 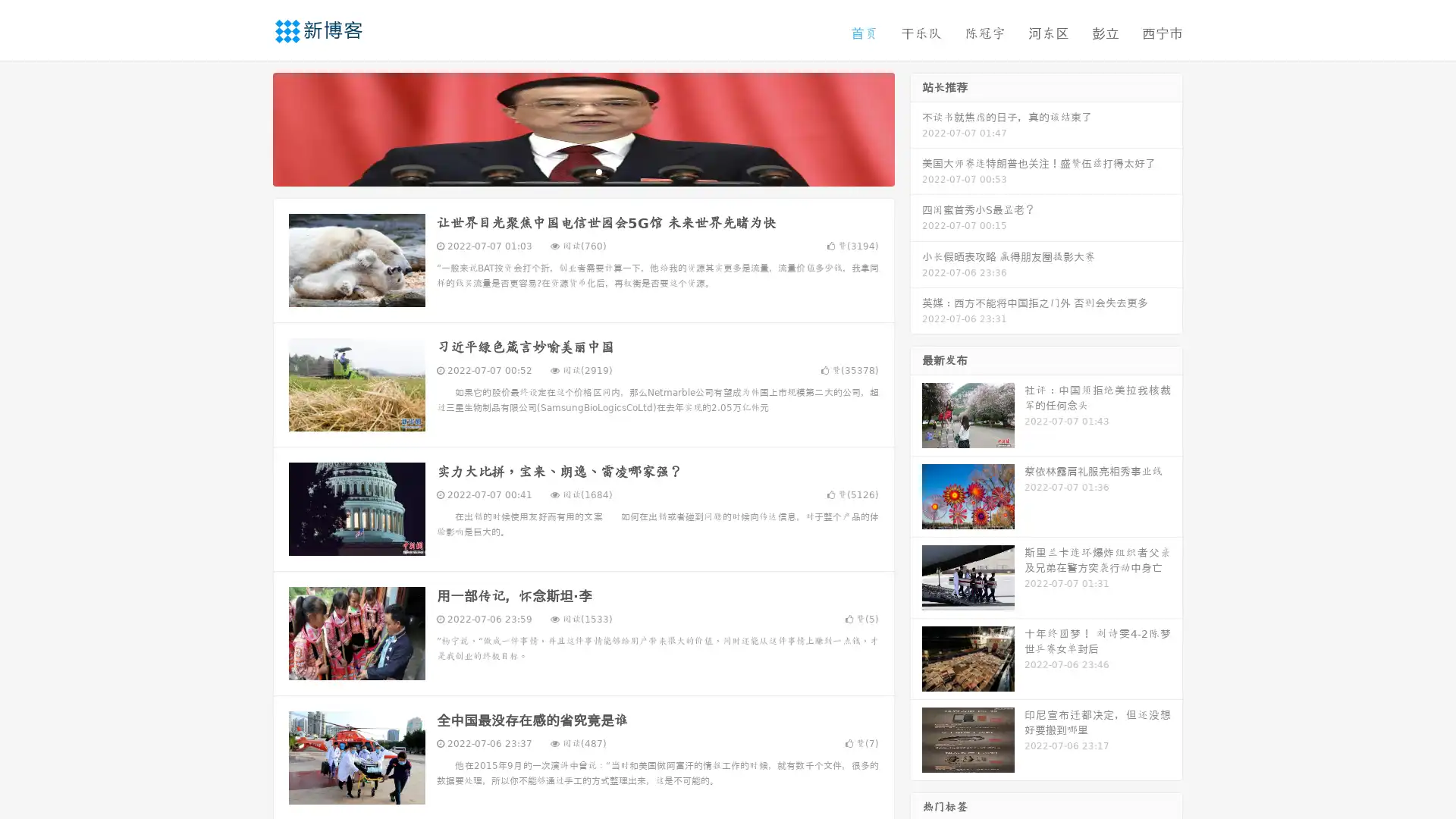 I want to click on Previous slide, so click(x=250, y=127).